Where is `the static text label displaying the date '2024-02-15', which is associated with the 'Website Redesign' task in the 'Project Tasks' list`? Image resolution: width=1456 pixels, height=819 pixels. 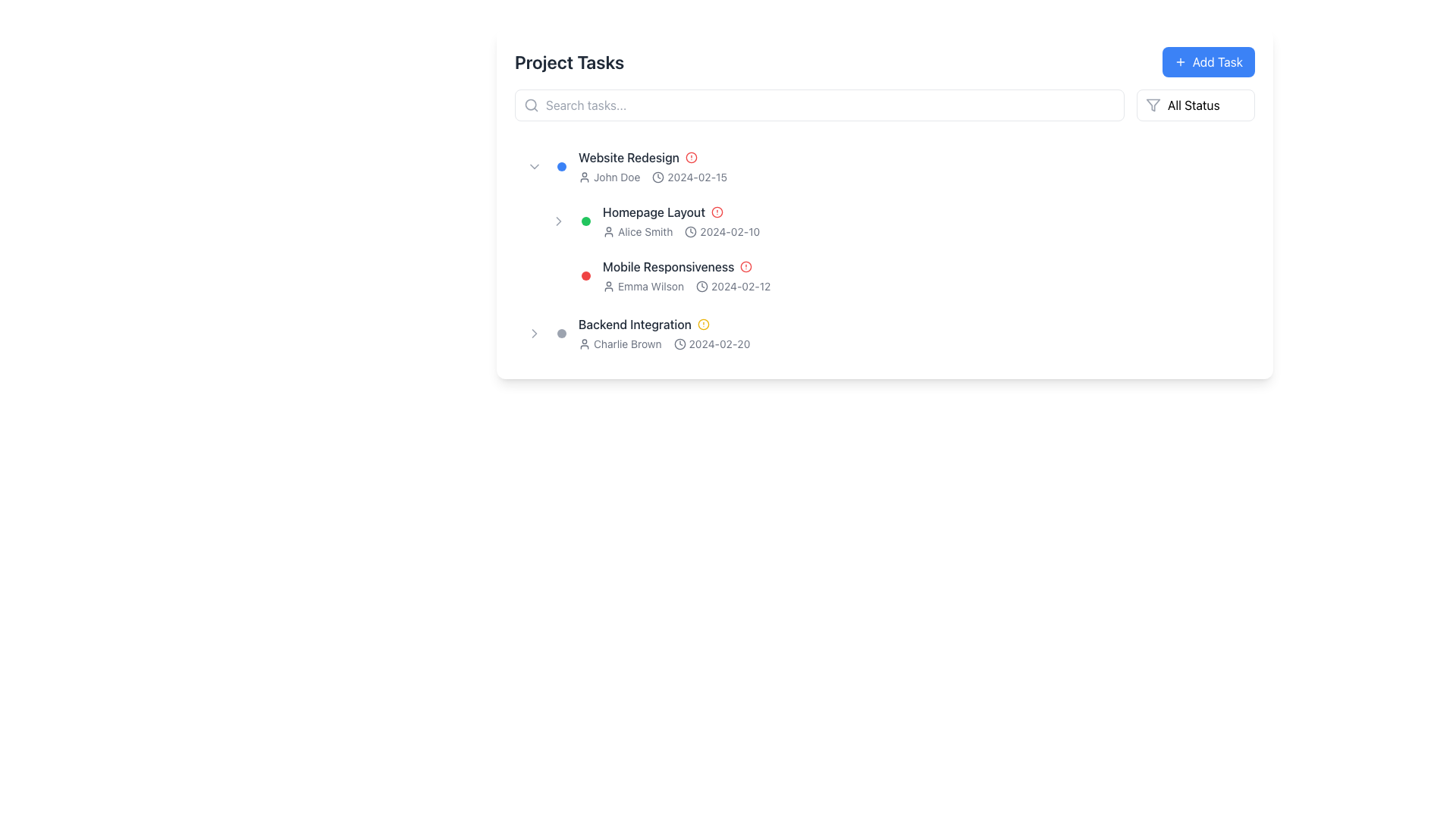
the static text label displaying the date '2024-02-15', which is associated with the 'Website Redesign' task in the 'Project Tasks' list is located at coordinates (696, 177).